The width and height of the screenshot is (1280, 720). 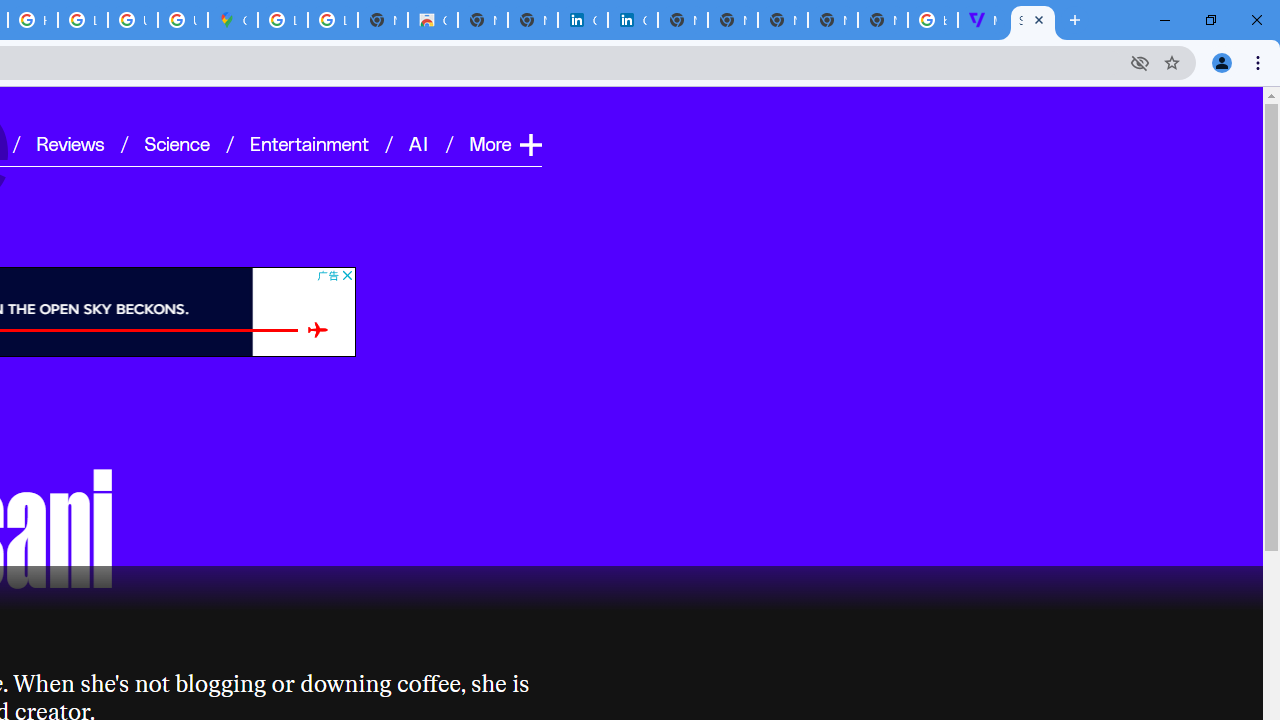 What do you see at coordinates (504, 142) in the screenshot?
I see `'More Expand'` at bounding box center [504, 142].